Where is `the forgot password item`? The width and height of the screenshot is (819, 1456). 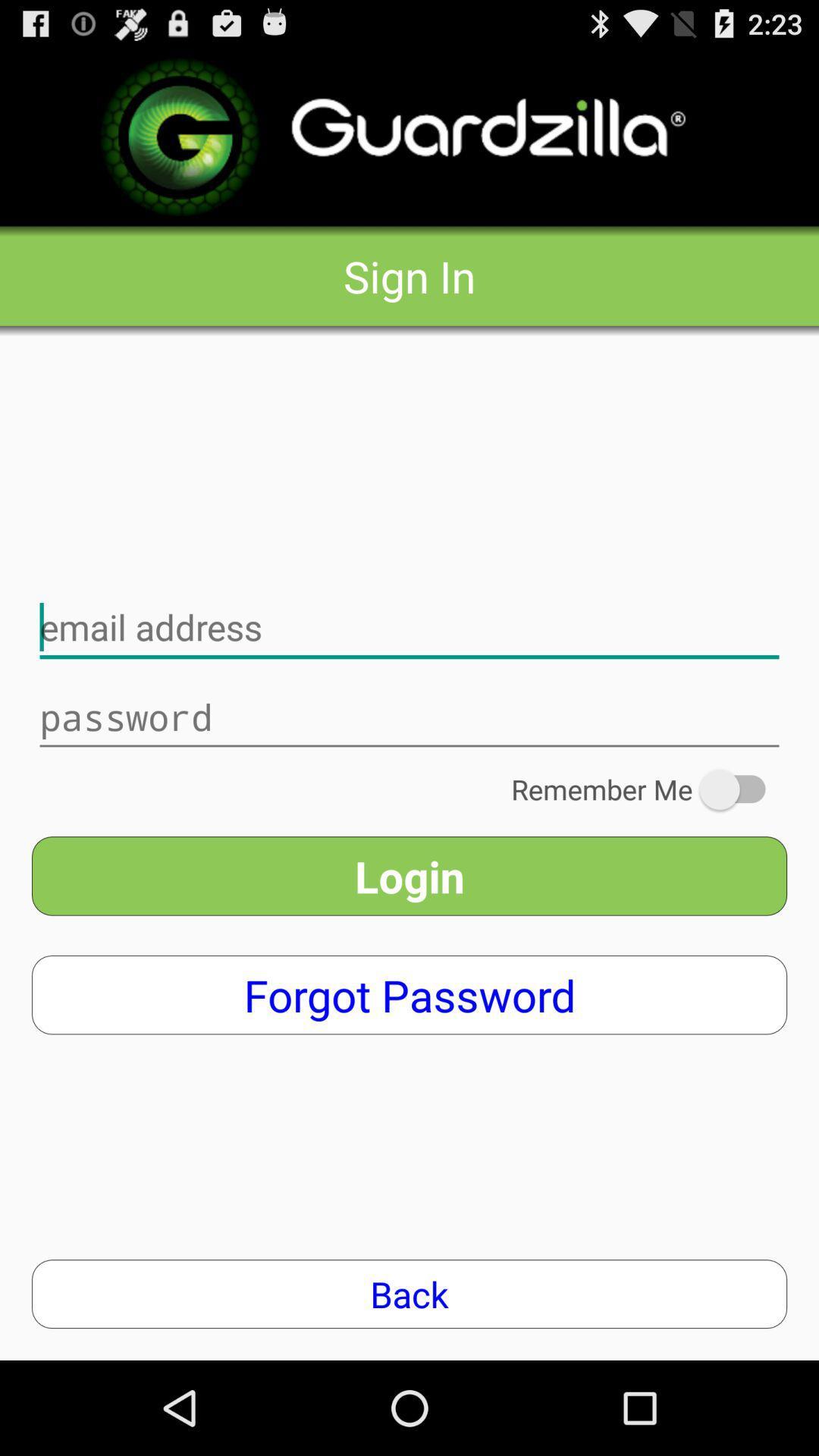
the forgot password item is located at coordinates (409, 995).